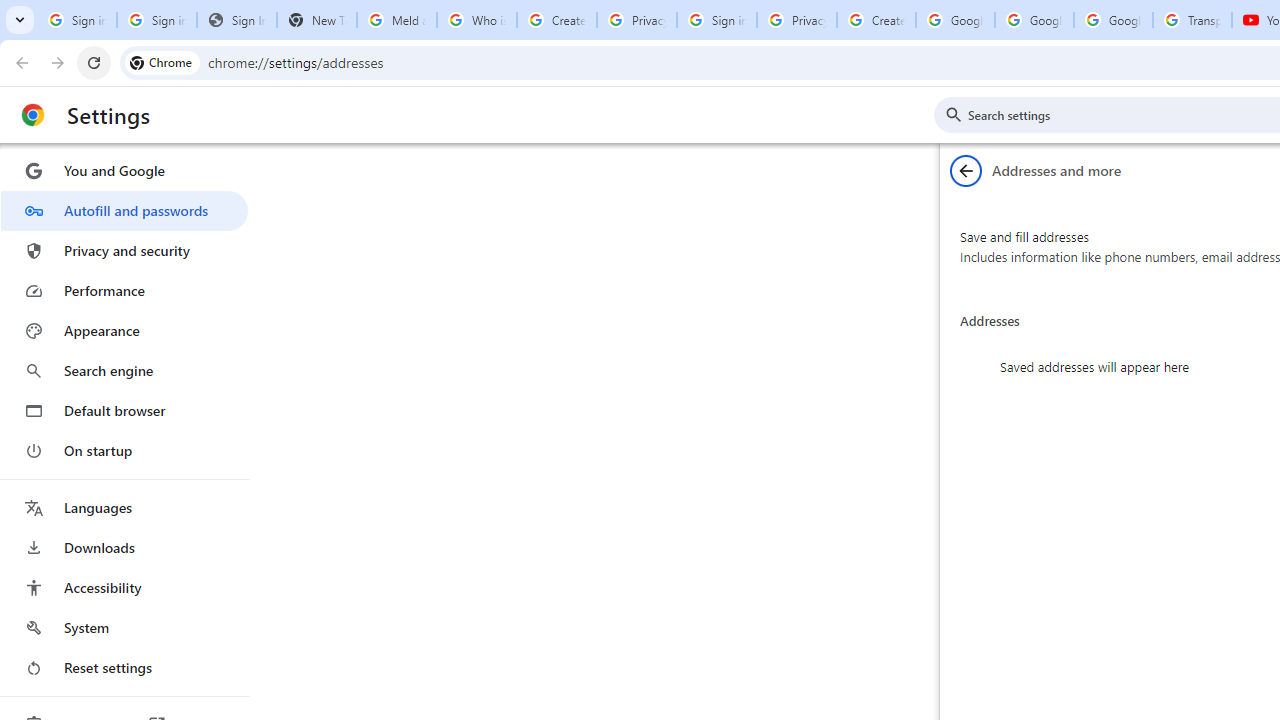 The image size is (1280, 720). What do you see at coordinates (123, 371) in the screenshot?
I see `'Search engine'` at bounding box center [123, 371].